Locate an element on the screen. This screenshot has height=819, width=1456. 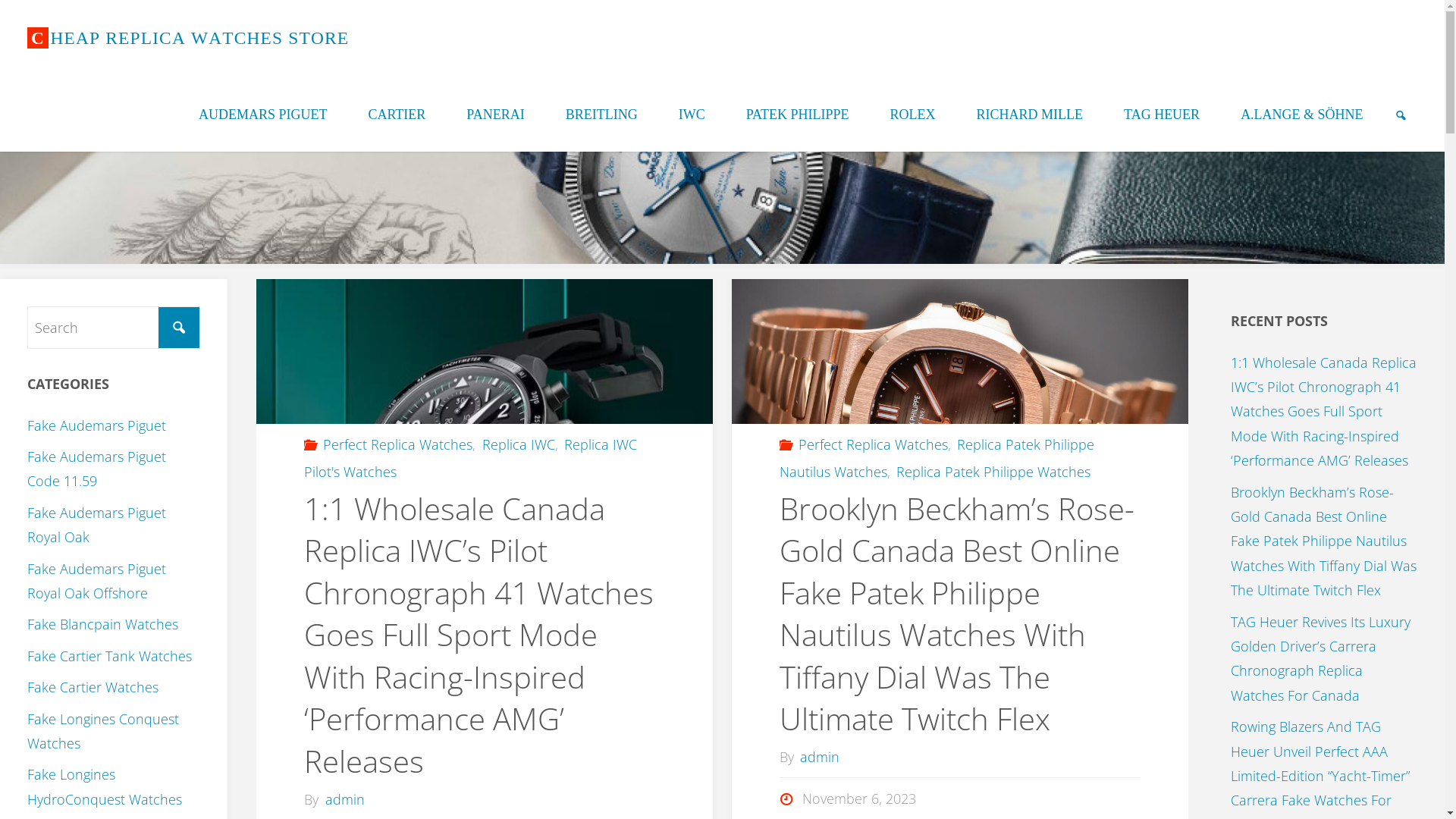
'RICHARD MILLE' is located at coordinates (1030, 113).